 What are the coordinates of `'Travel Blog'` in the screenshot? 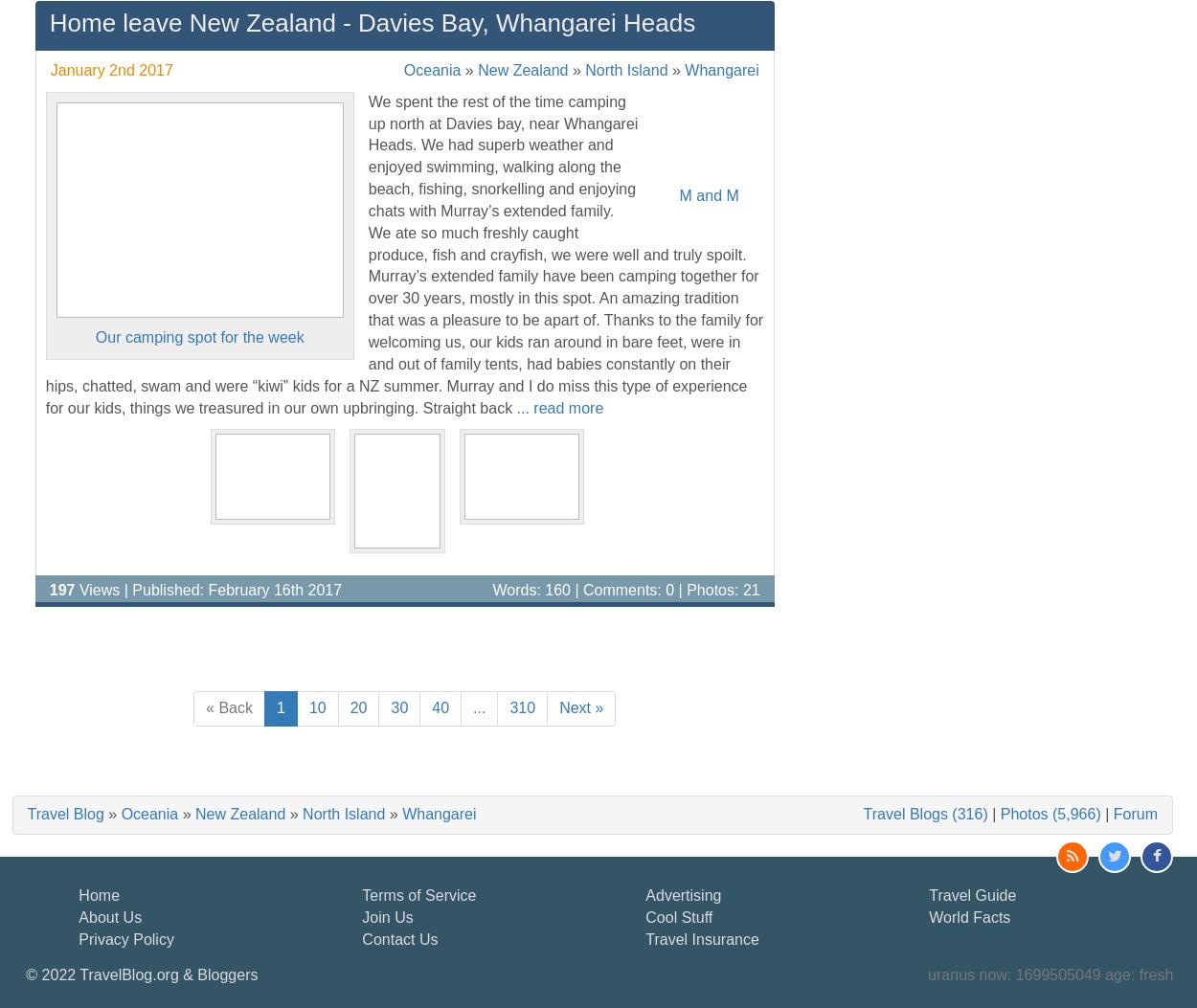 It's located at (64, 813).